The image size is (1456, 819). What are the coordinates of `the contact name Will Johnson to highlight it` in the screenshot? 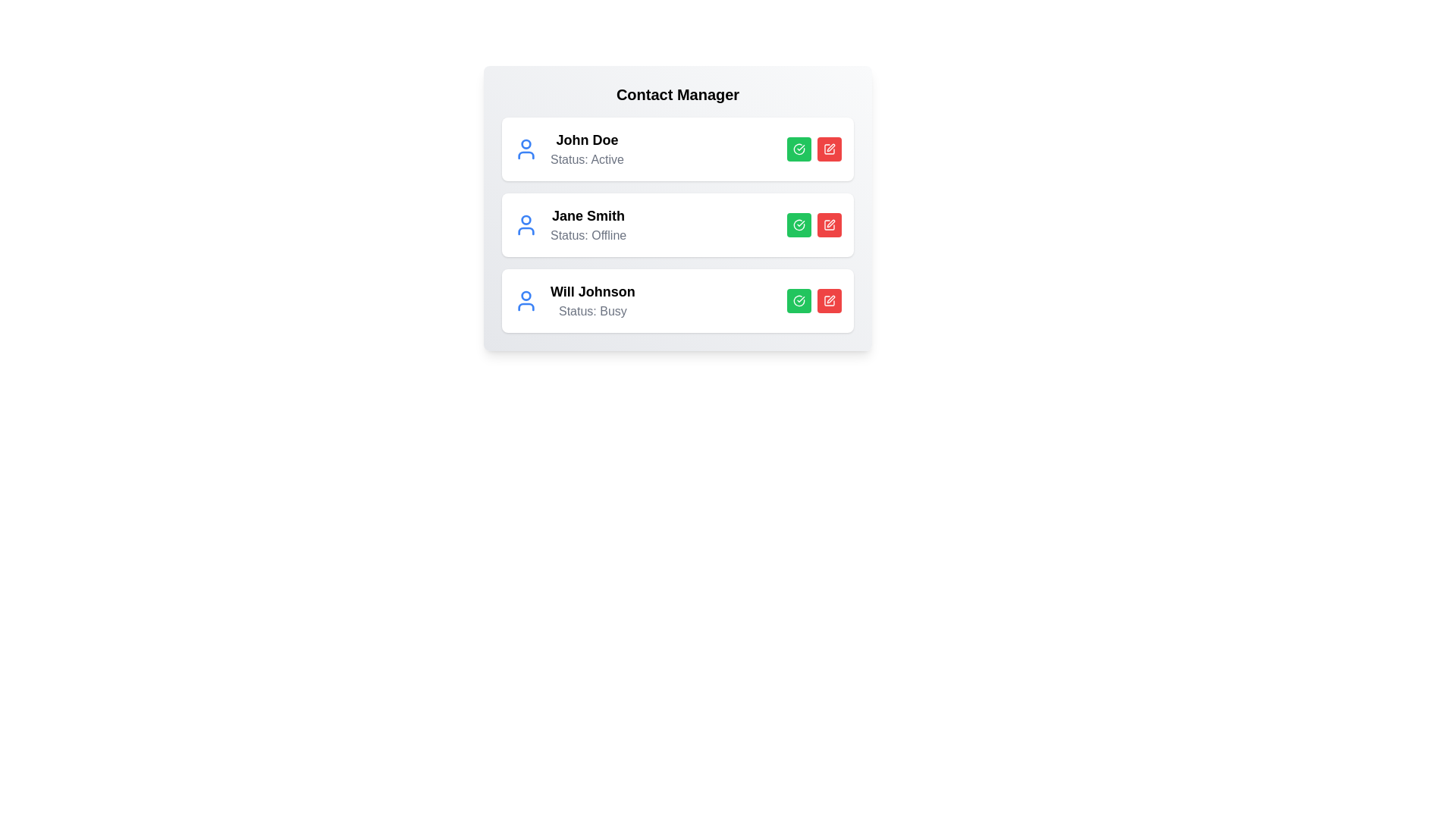 It's located at (592, 292).